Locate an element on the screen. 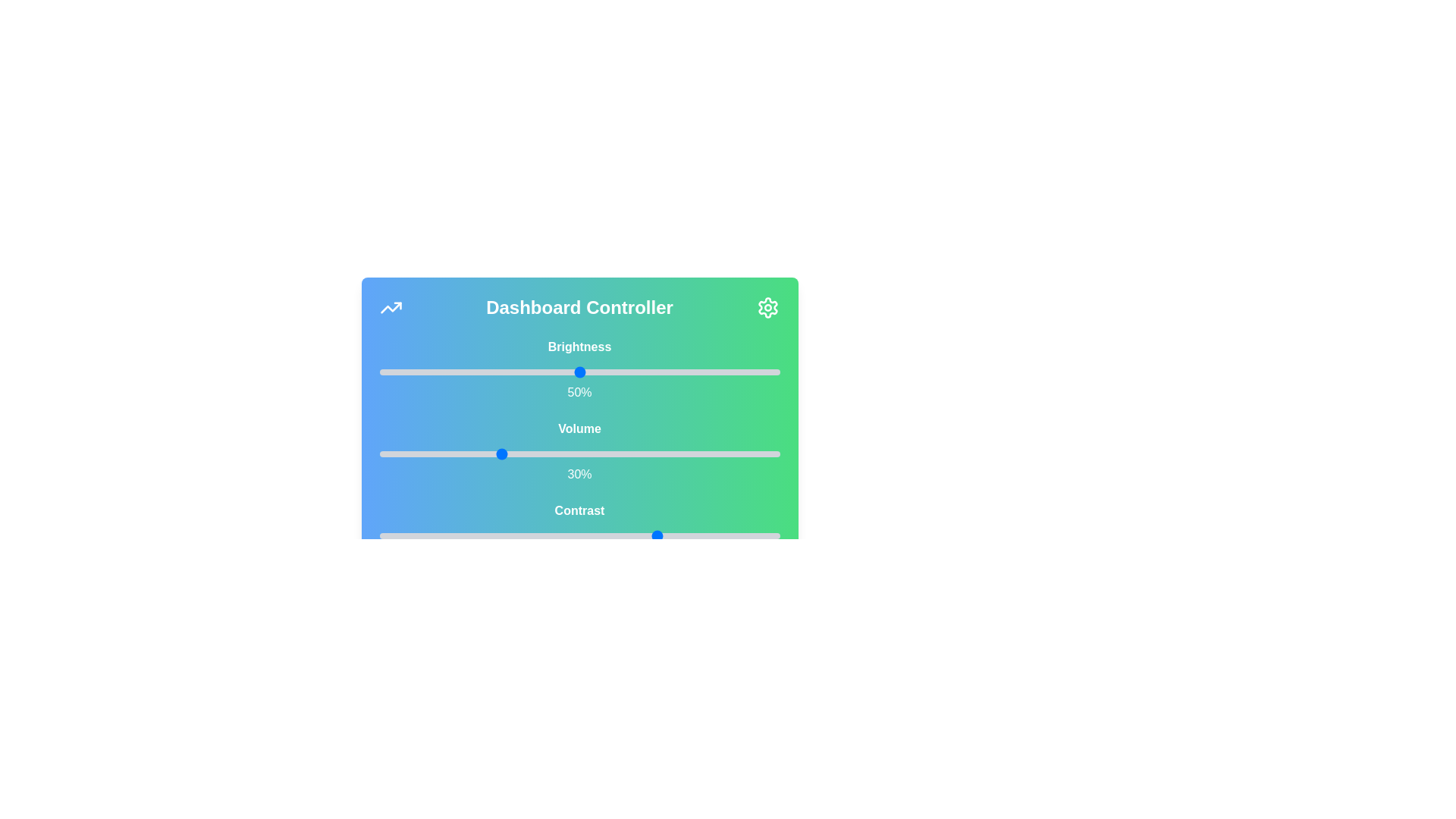  the trending icon in the top-left corner of the Dashboard Controller is located at coordinates (391, 307).